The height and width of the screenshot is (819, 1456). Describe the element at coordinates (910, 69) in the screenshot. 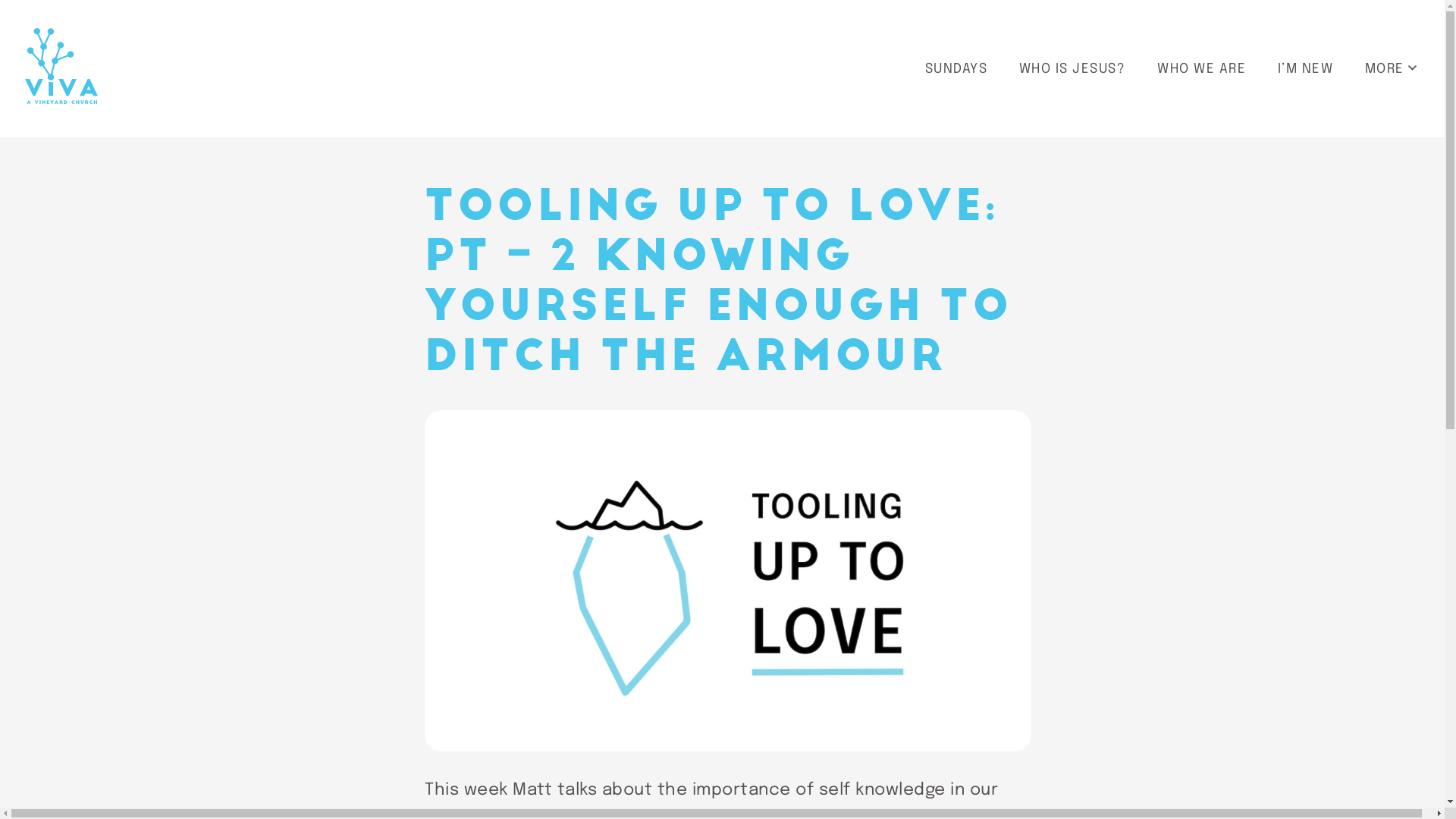

I see `'SUNDAYS'` at that location.